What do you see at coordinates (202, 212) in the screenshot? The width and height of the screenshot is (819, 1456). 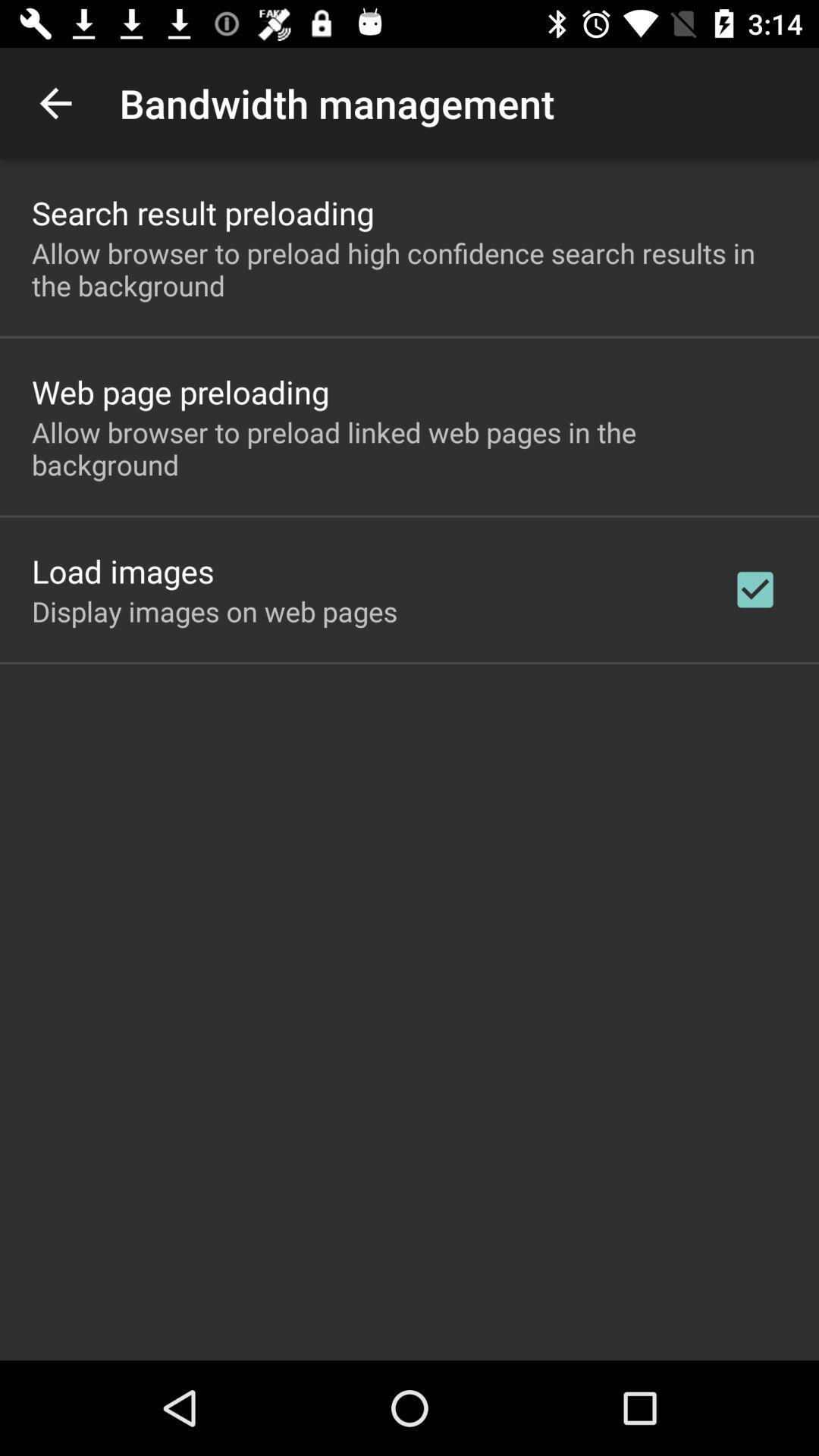 I see `search result preloading app` at bounding box center [202, 212].